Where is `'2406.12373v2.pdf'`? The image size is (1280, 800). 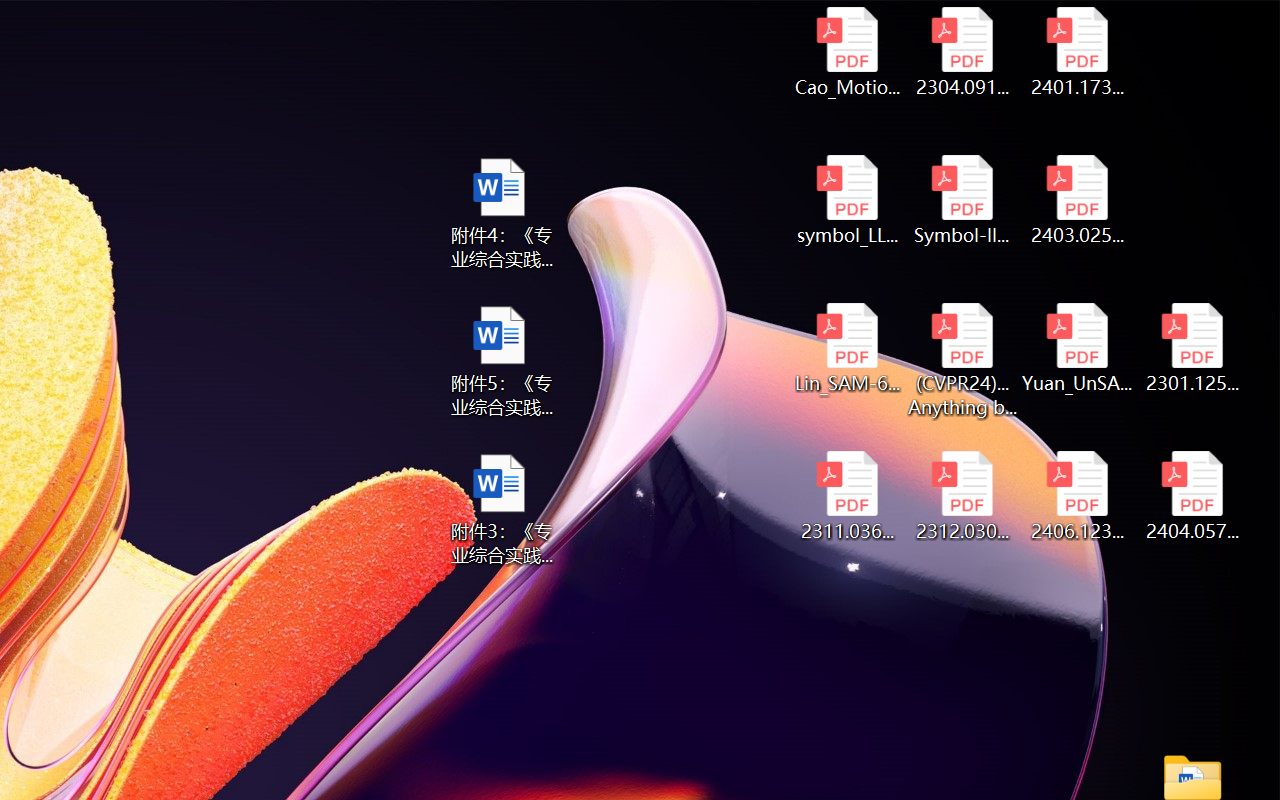
'2406.12373v2.pdf' is located at coordinates (1076, 496).